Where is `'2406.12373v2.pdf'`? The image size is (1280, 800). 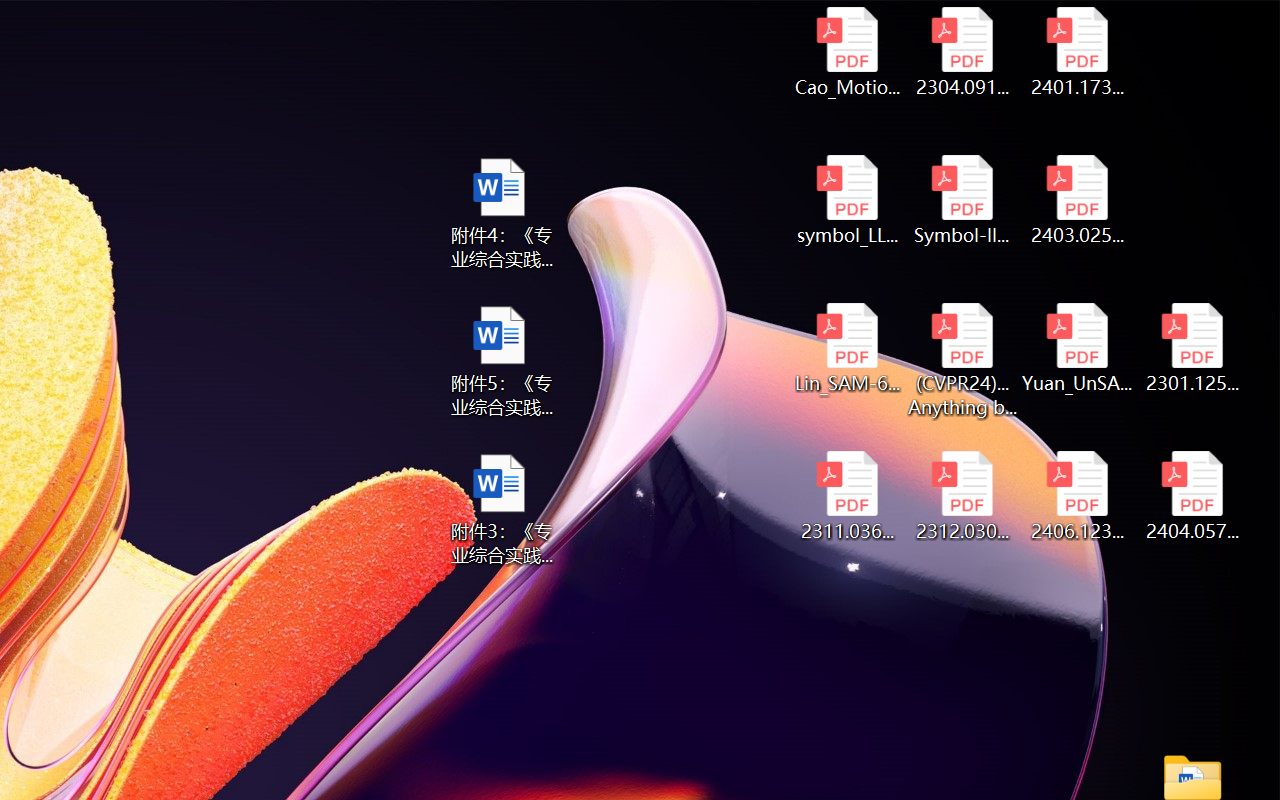
'2406.12373v2.pdf' is located at coordinates (1076, 496).